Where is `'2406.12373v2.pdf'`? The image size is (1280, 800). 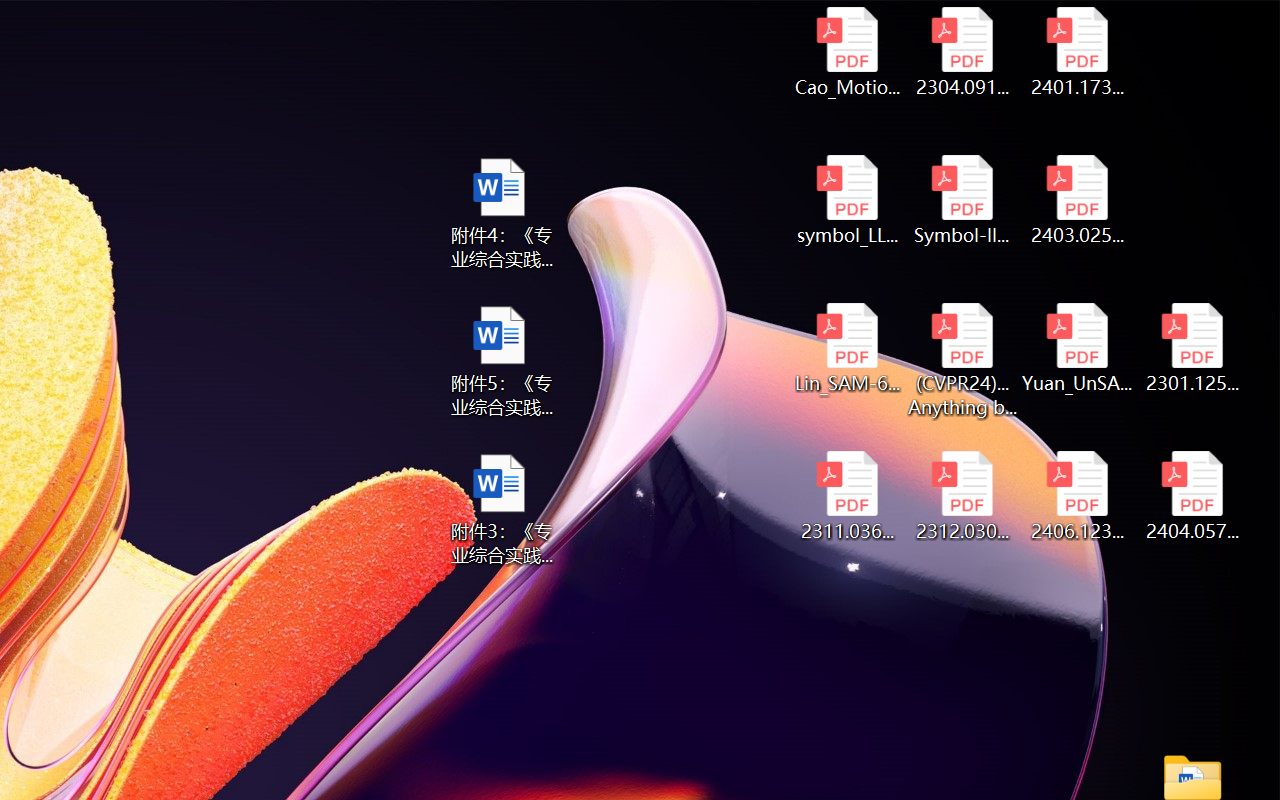
'2406.12373v2.pdf' is located at coordinates (1076, 496).